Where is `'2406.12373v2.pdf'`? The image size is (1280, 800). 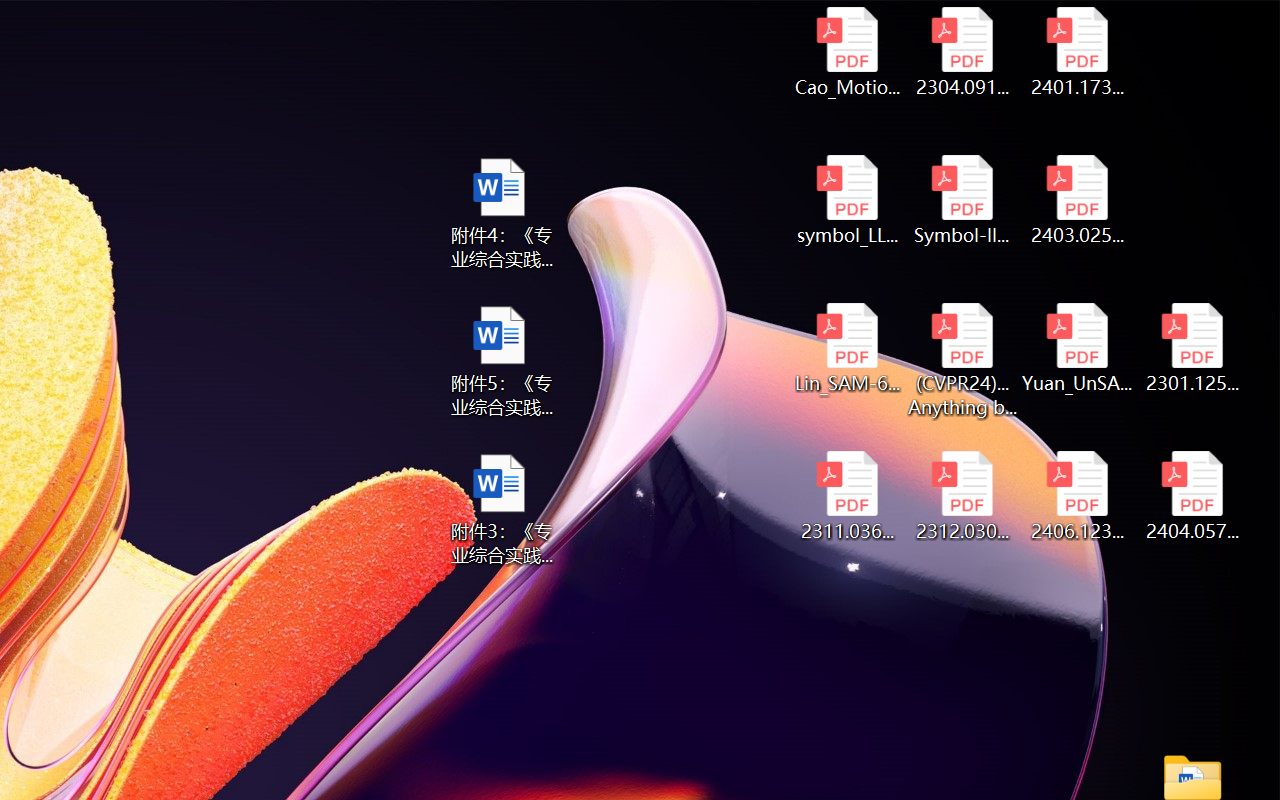
'2406.12373v2.pdf' is located at coordinates (1076, 496).